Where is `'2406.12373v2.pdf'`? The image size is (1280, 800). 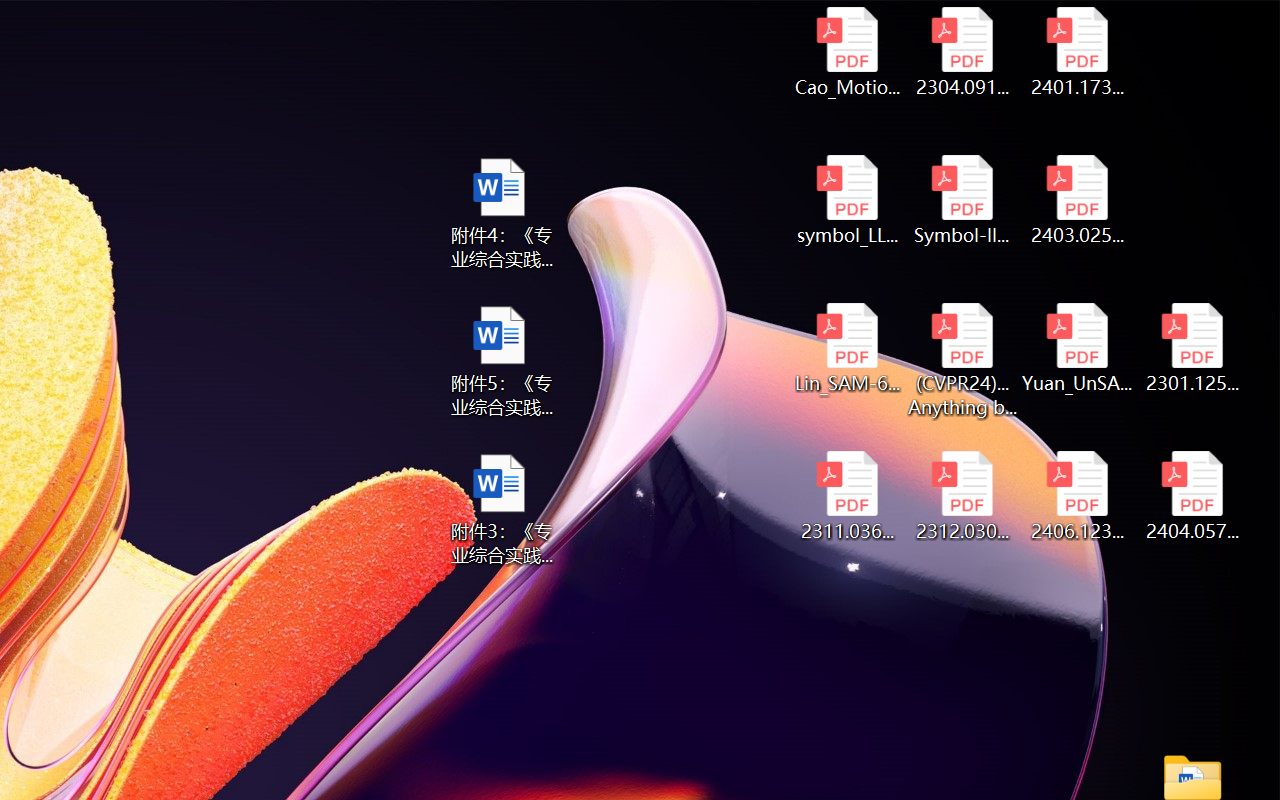
'2406.12373v2.pdf' is located at coordinates (1076, 496).